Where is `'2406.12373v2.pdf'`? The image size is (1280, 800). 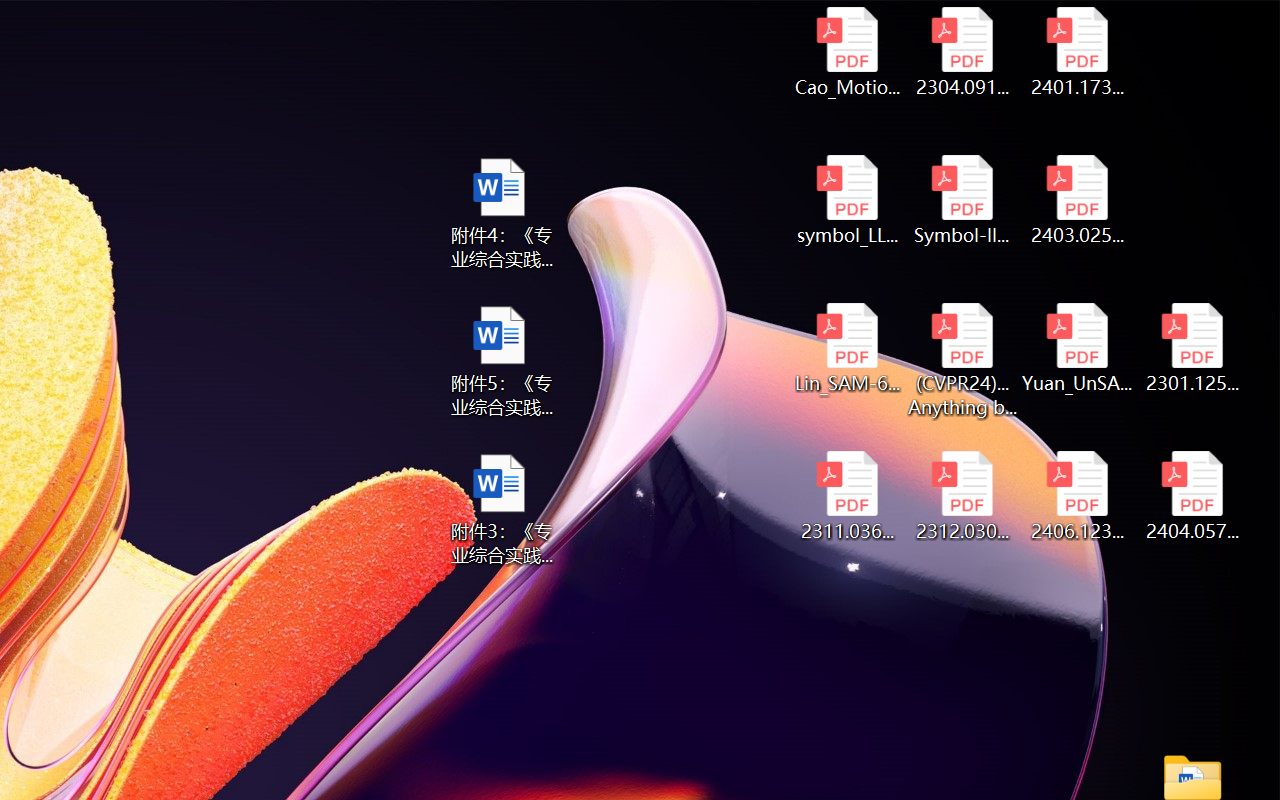
'2406.12373v2.pdf' is located at coordinates (1076, 496).